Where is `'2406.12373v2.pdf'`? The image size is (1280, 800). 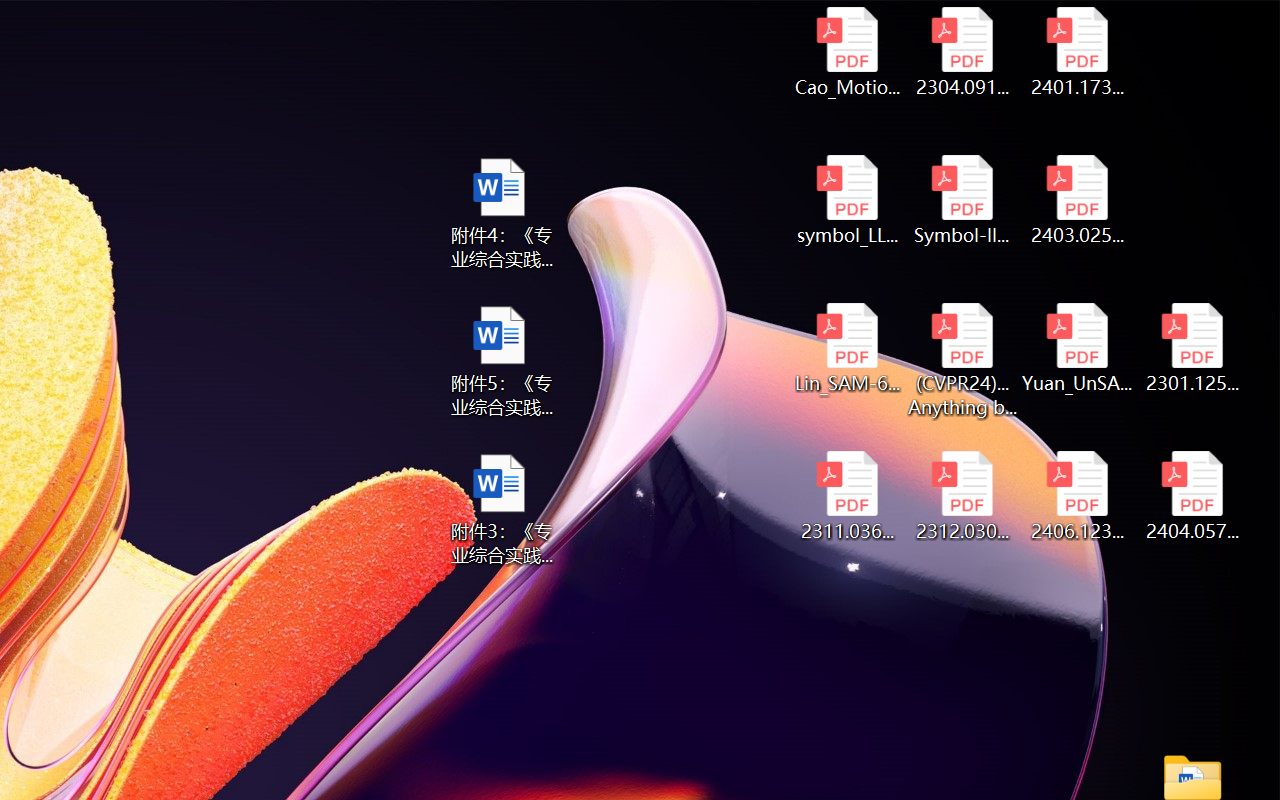
'2406.12373v2.pdf' is located at coordinates (1076, 496).